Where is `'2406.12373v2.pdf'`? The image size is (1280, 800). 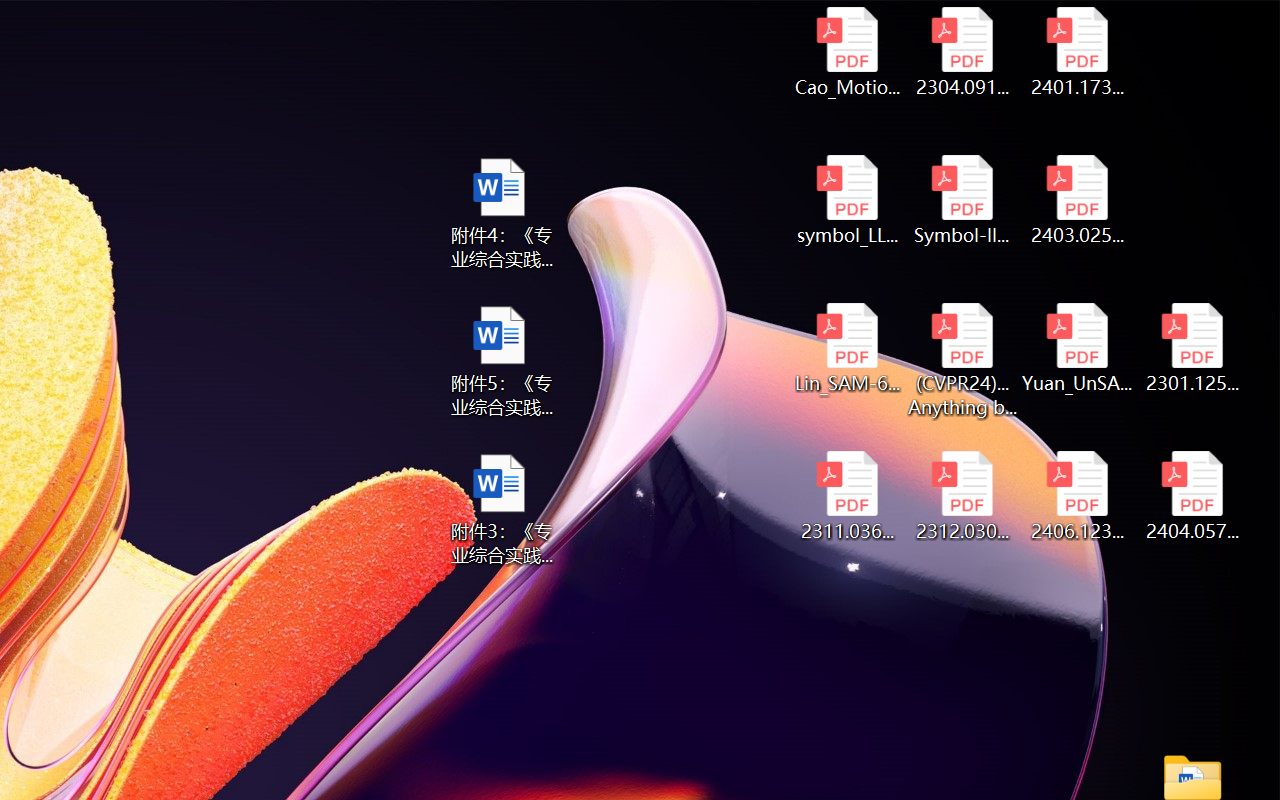
'2406.12373v2.pdf' is located at coordinates (1076, 496).